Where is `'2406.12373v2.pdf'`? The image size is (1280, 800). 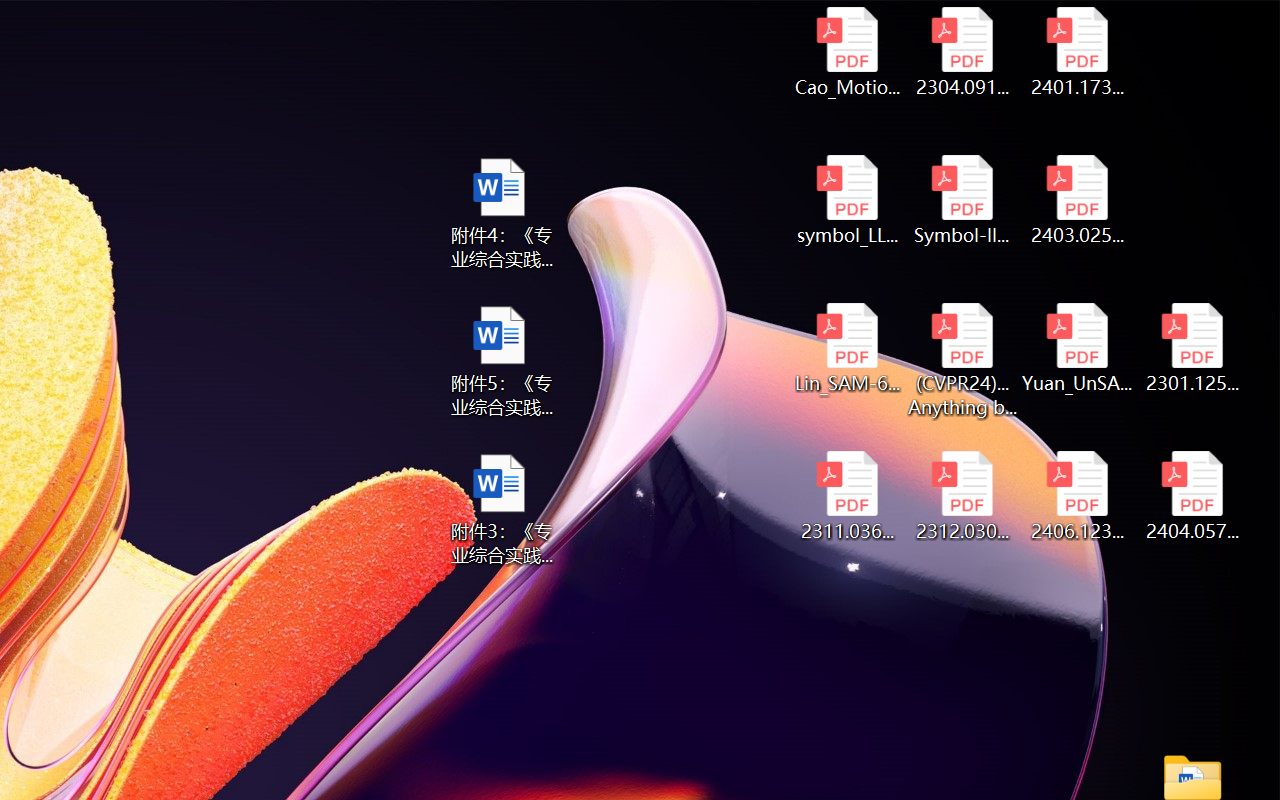
'2406.12373v2.pdf' is located at coordinates (1076, 496).